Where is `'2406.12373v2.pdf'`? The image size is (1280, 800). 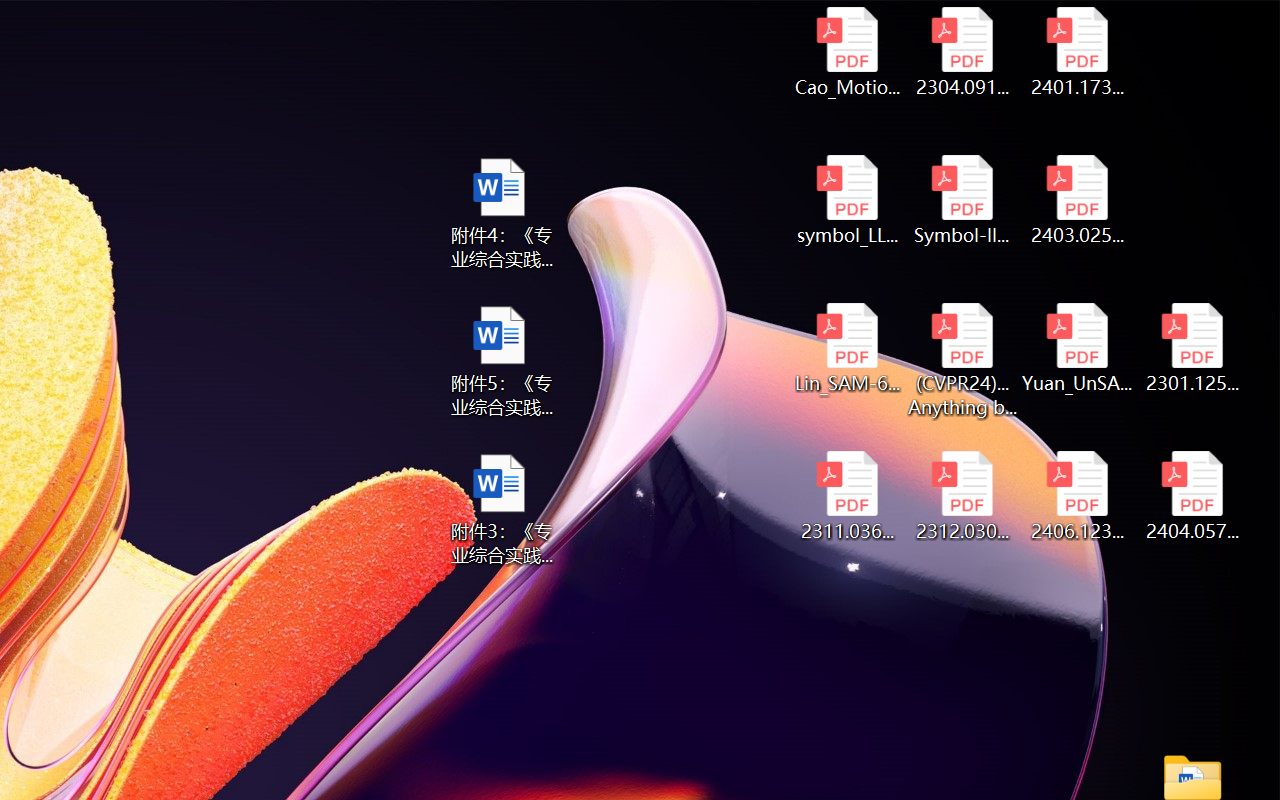
'2406.12373v2.pdf' is located at coordinates (1076, 496).